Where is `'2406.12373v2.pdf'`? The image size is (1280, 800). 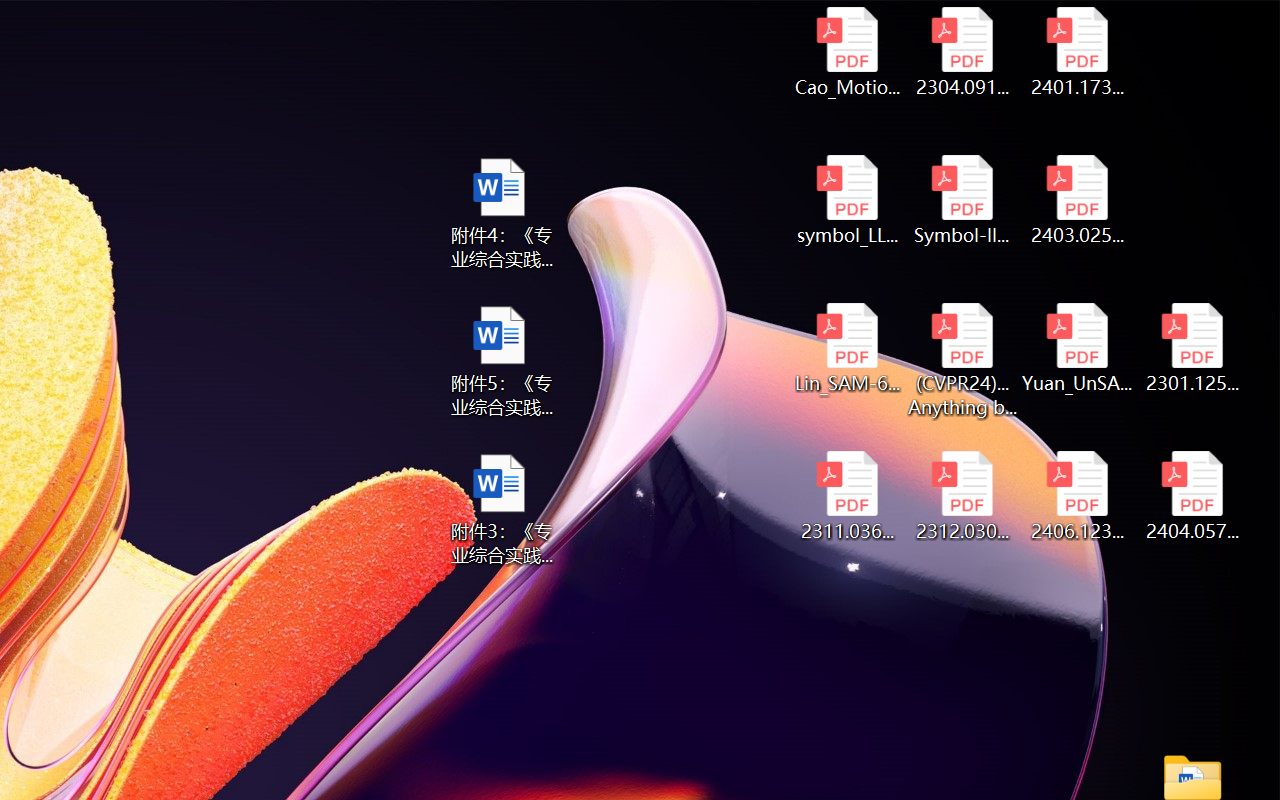
'2406.12373v2.pdf' is located at coordinates (1076, 496).